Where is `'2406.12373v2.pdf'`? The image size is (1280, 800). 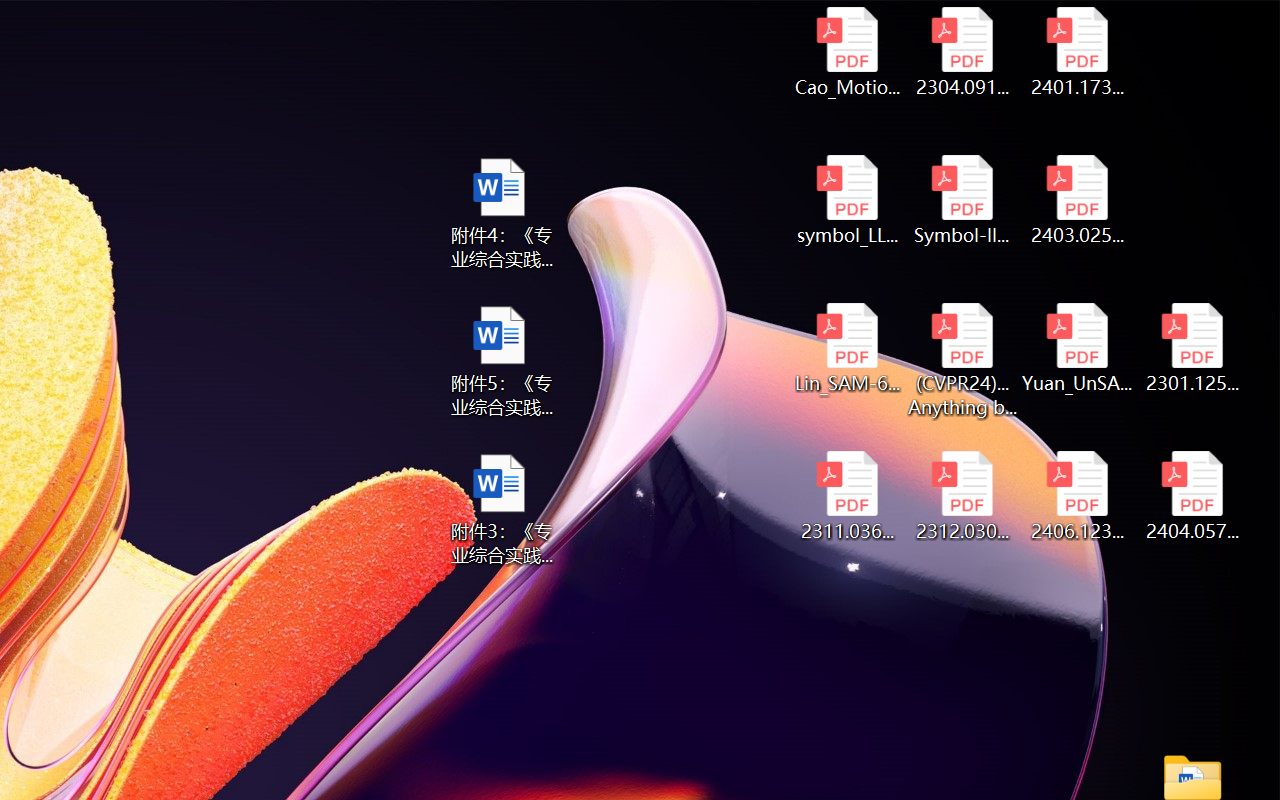
'2406.12373v2.pdf' is located at coordinates (1076, 496).